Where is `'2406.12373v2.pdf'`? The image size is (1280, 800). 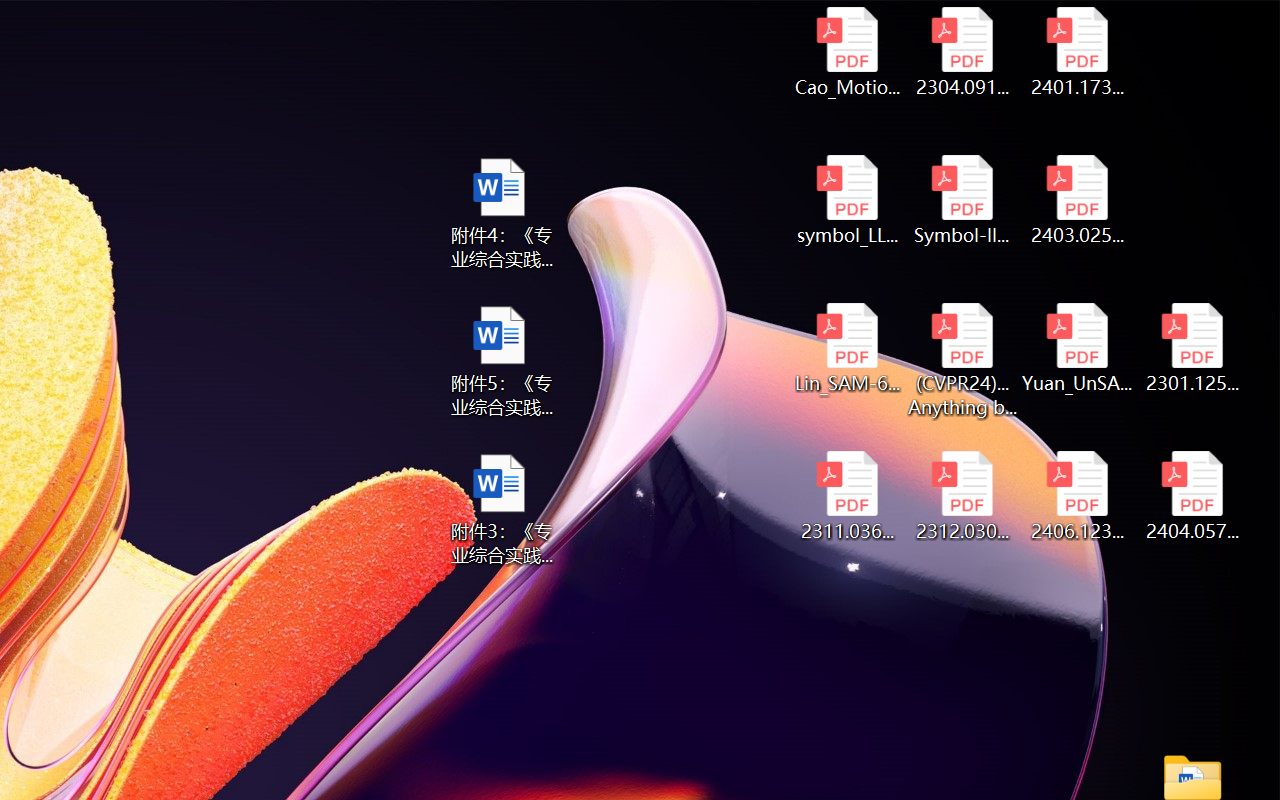
'2406.12373v2.pdf' is located at coordinates (1076, 496).